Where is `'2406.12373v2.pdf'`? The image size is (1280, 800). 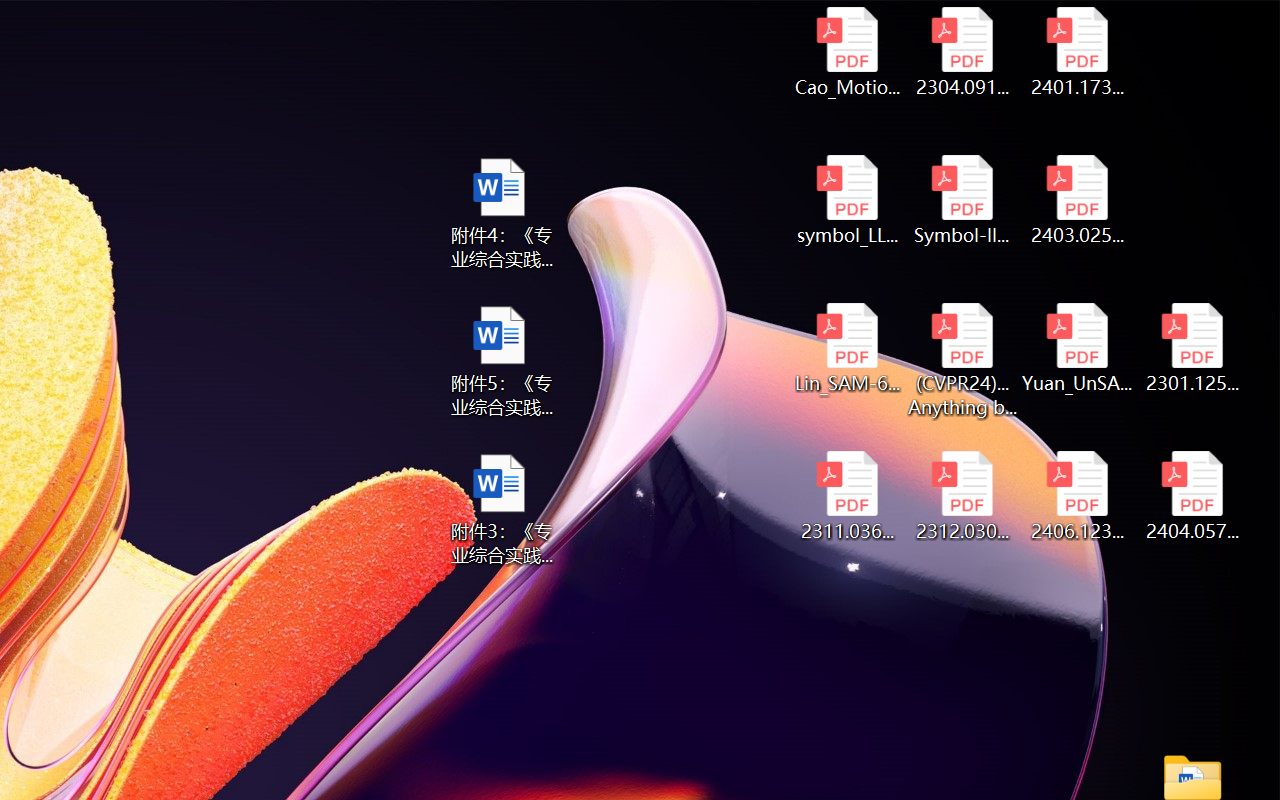
'2406.12373v2.pdf' is located at coordinates (1076, 496).